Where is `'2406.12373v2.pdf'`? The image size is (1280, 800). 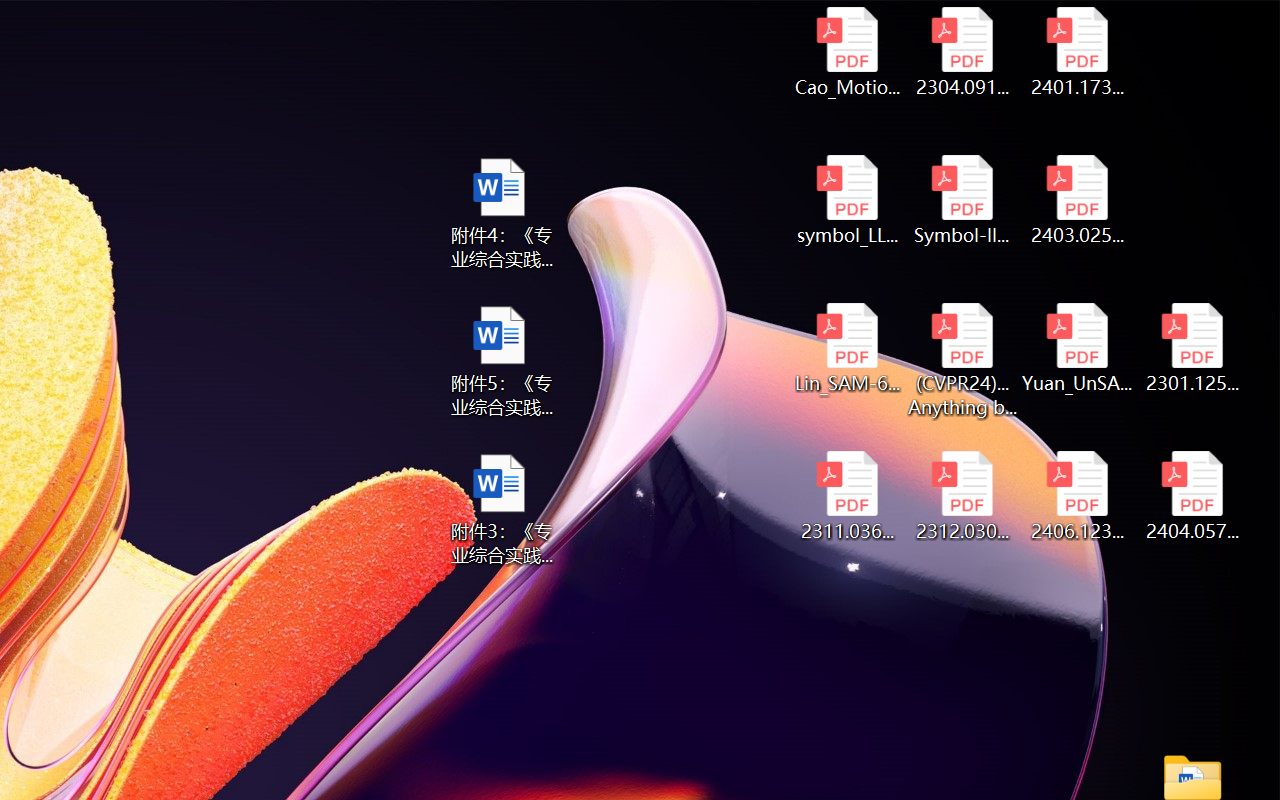
'2406.12373v2.pdf' is located at coordinates (1076, 496).